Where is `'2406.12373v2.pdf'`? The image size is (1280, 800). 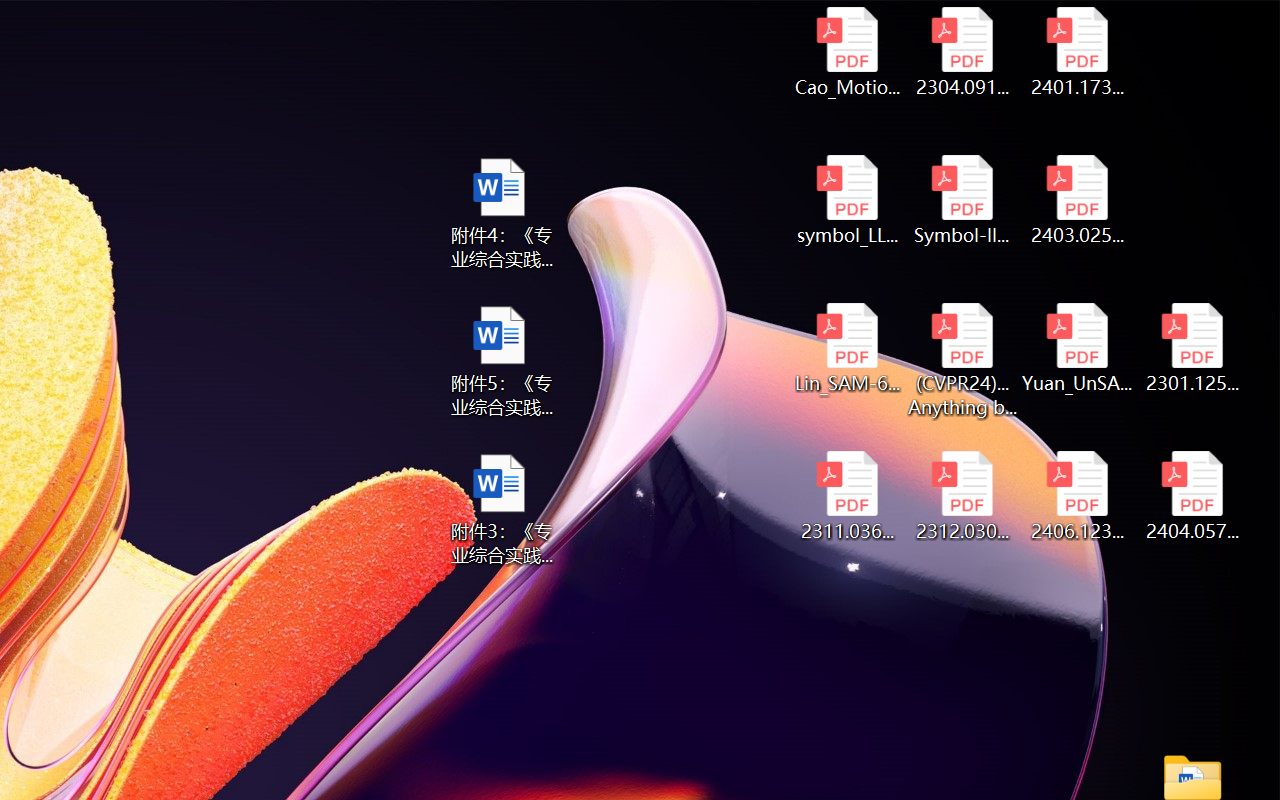
'2406.12373v2.pdf' is located at coordinates (1076, 496).